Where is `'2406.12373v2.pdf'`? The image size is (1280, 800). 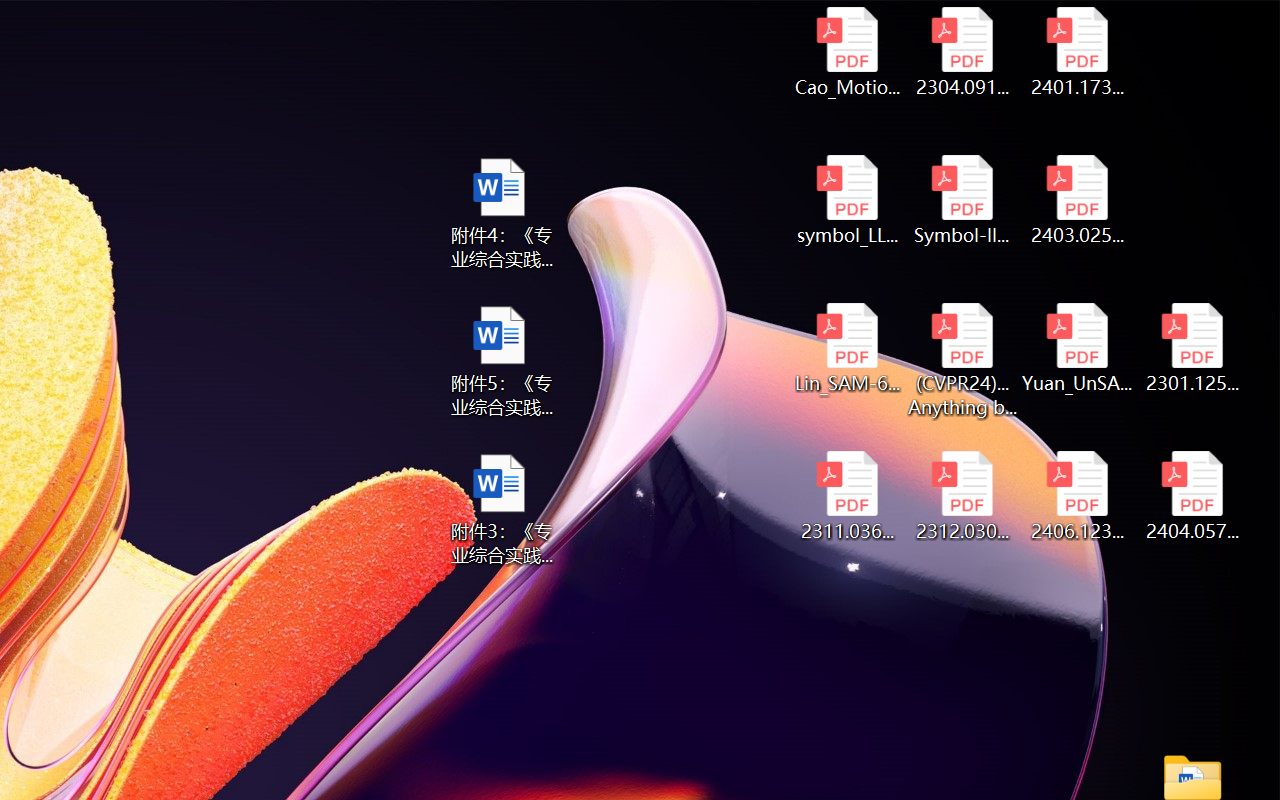
'2406.12373v2.pdf' is located at coordinates (1076, 496).